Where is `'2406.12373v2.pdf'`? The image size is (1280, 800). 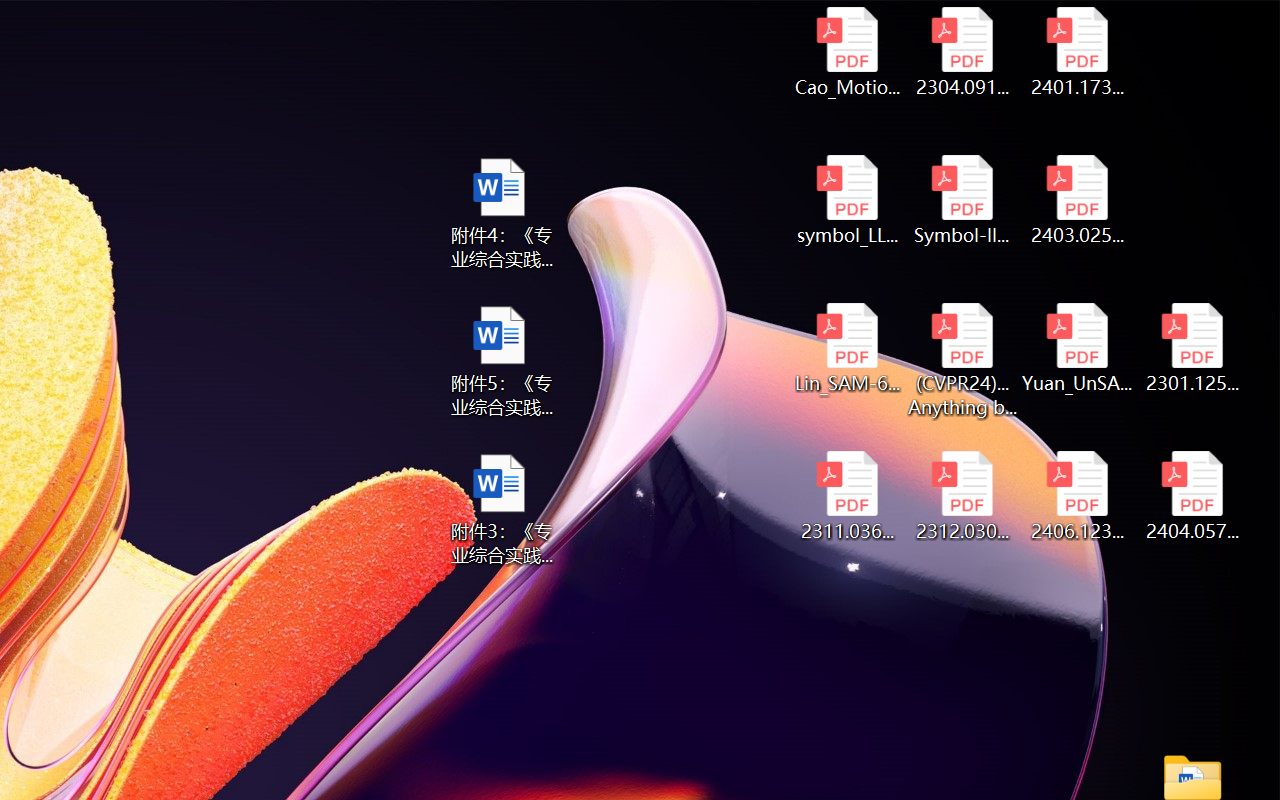
'2406.12373v2.pdf' is located at coordinates (1076, 496).